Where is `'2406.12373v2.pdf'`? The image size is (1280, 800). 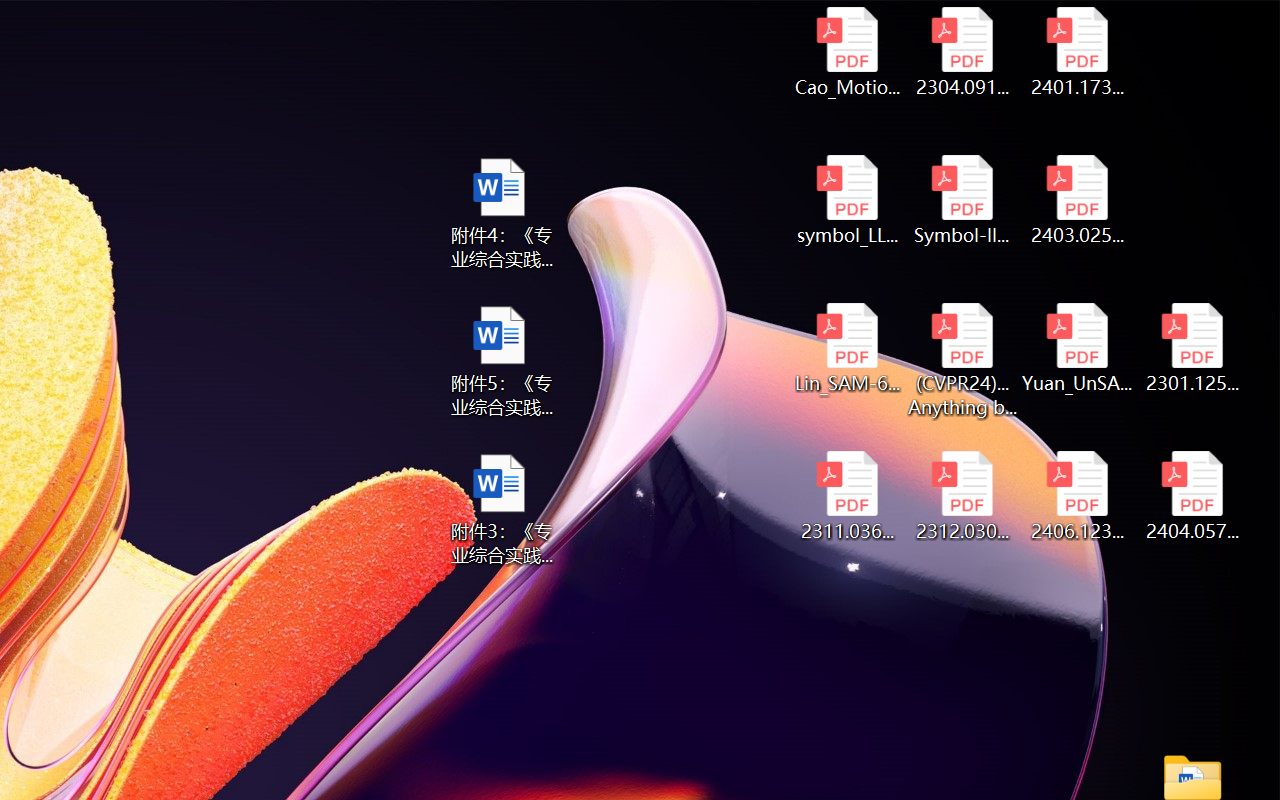
'2406.12373v2.pdf' is located at coordinates (1076, 496).